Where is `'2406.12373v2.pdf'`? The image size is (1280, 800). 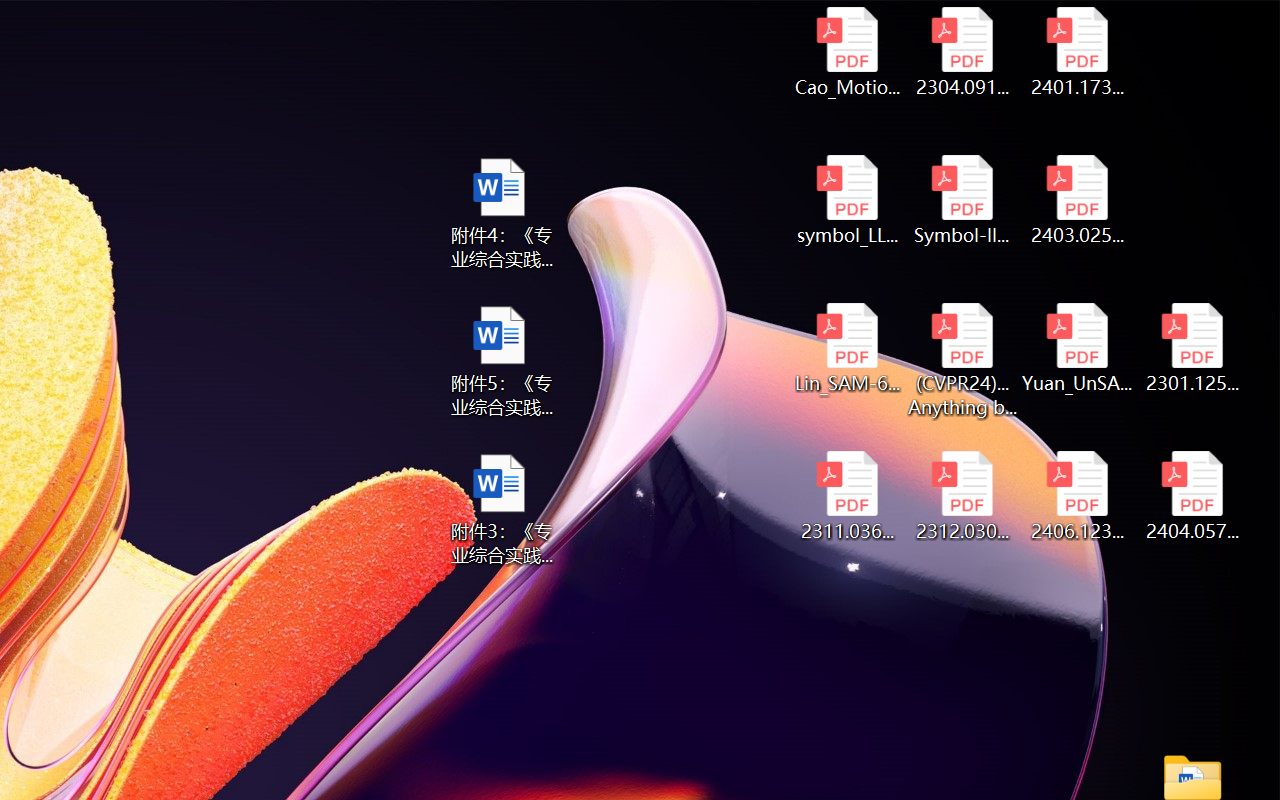
'2406.12373v2.pdf' is located at coordinates (1076, 496).